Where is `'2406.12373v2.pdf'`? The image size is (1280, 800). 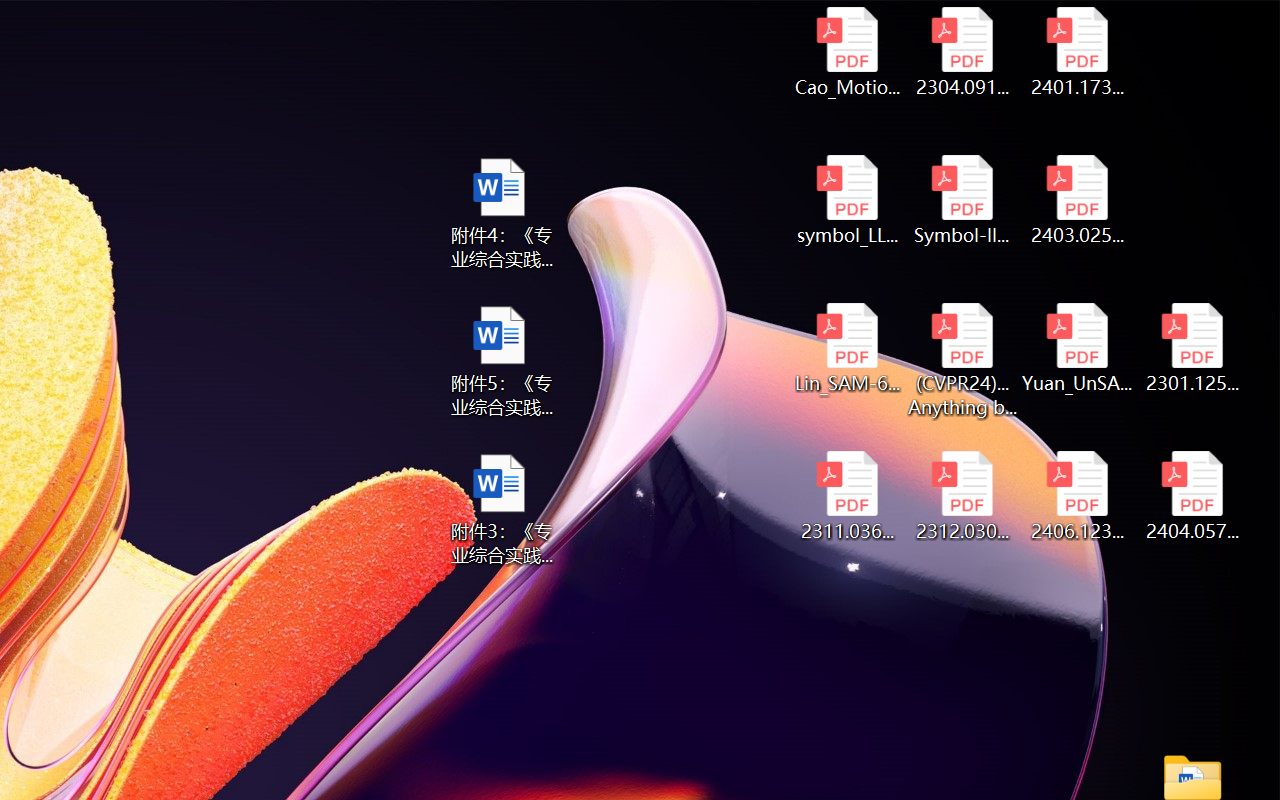
'2406.12373v2.pdf' is located at coordinates (1076, 496).